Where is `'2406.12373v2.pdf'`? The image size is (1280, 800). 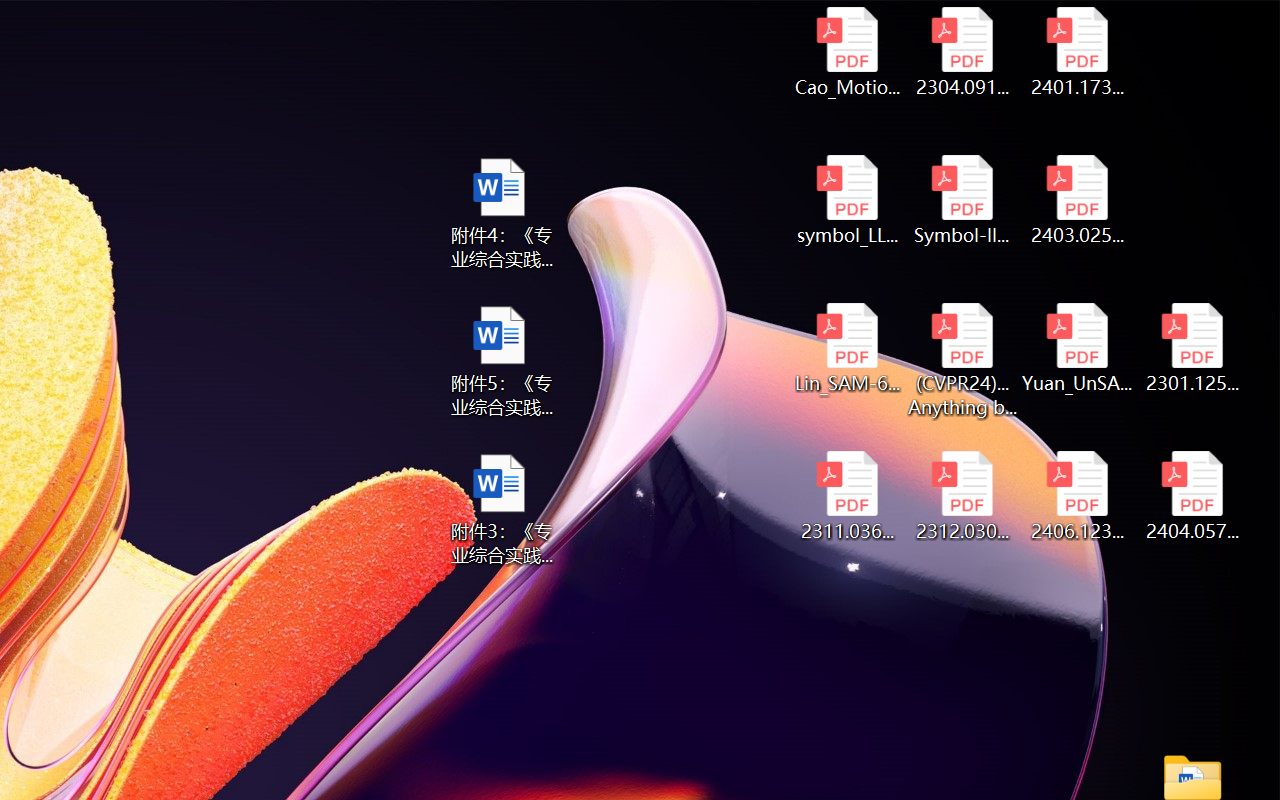
'2406.12373v2.pdf' is located at coordinates (1076, 496).